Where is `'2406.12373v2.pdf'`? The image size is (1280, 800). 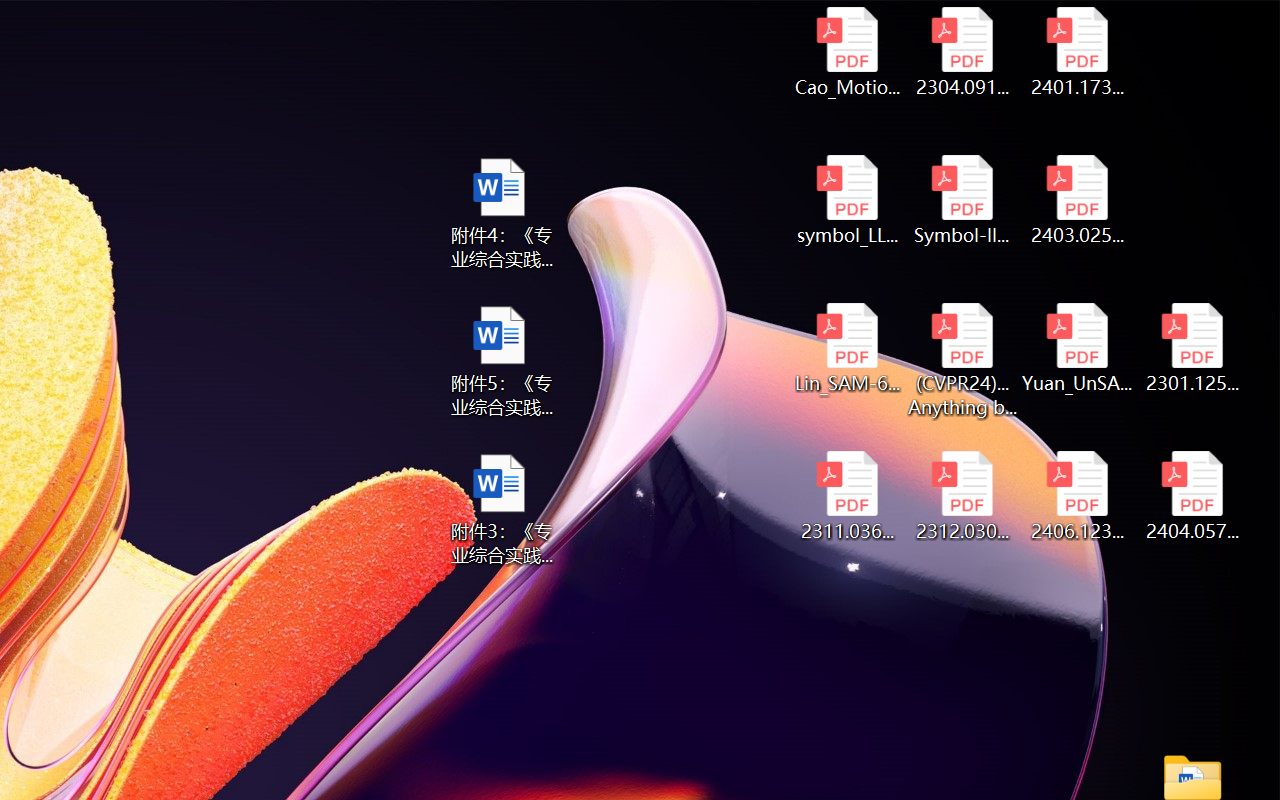
'2406.12373v2.pdf' is located at coordinates (1076, 496).